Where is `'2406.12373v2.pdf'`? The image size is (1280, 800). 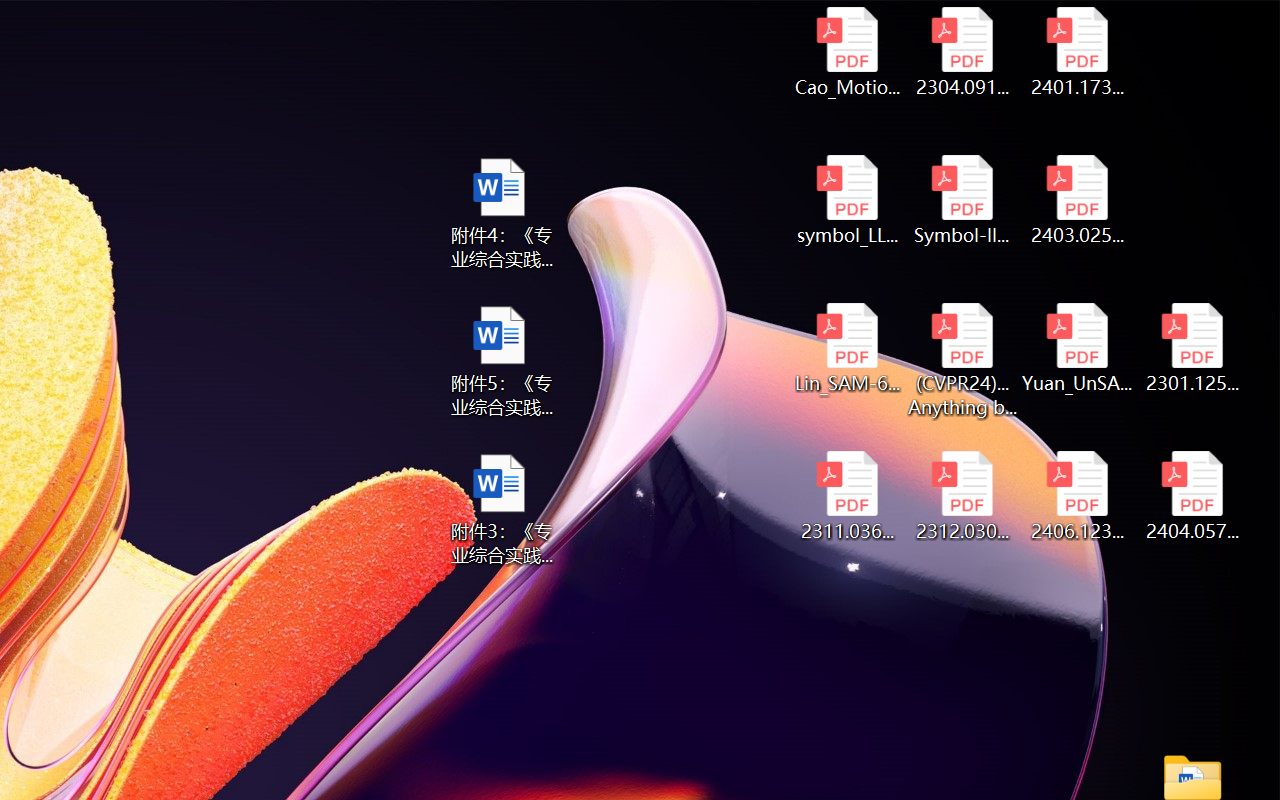
'2406.12373v2.pdf' is located at coordinates (1076, 496).